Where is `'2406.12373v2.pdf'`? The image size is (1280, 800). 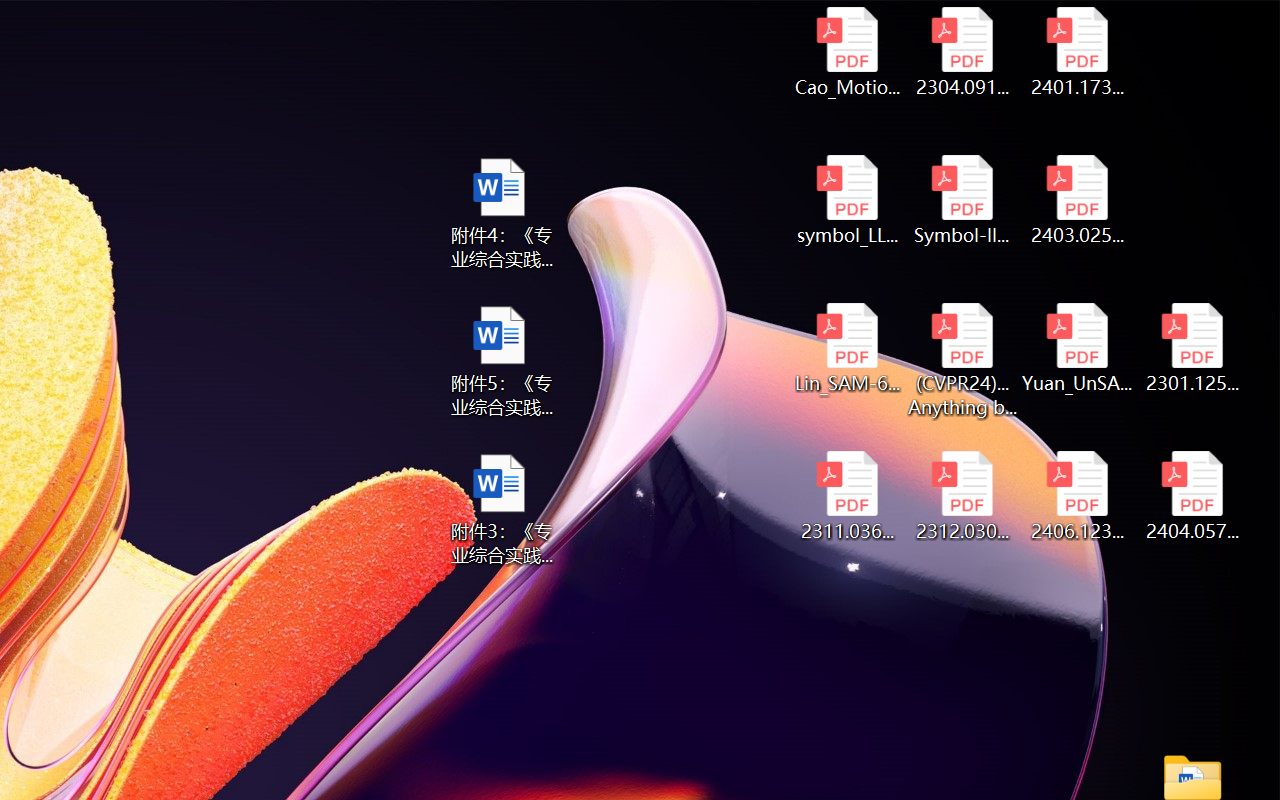
'2406.12373v2.pdf' is located at coordinates (1076, 496).